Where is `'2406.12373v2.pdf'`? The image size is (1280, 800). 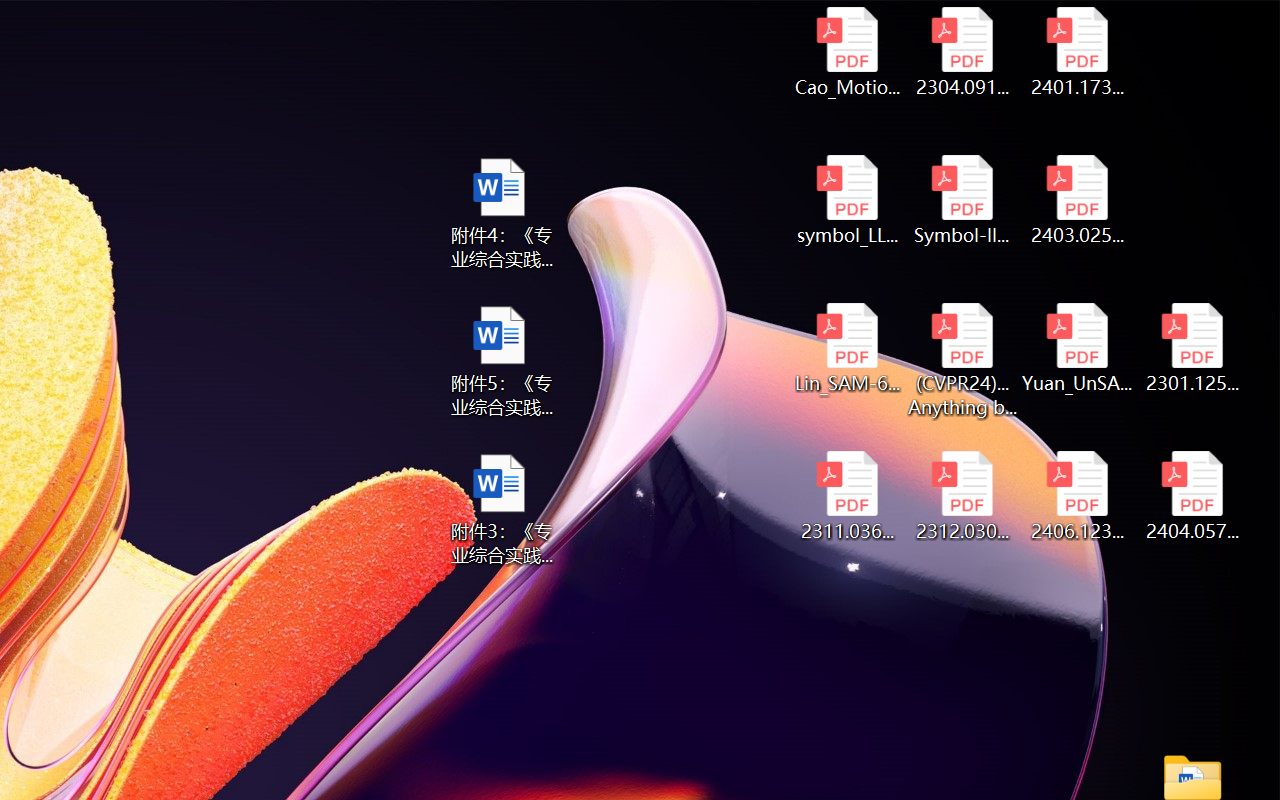
'2406.12373v2.pdf' is located at coordinates (1076, 496).